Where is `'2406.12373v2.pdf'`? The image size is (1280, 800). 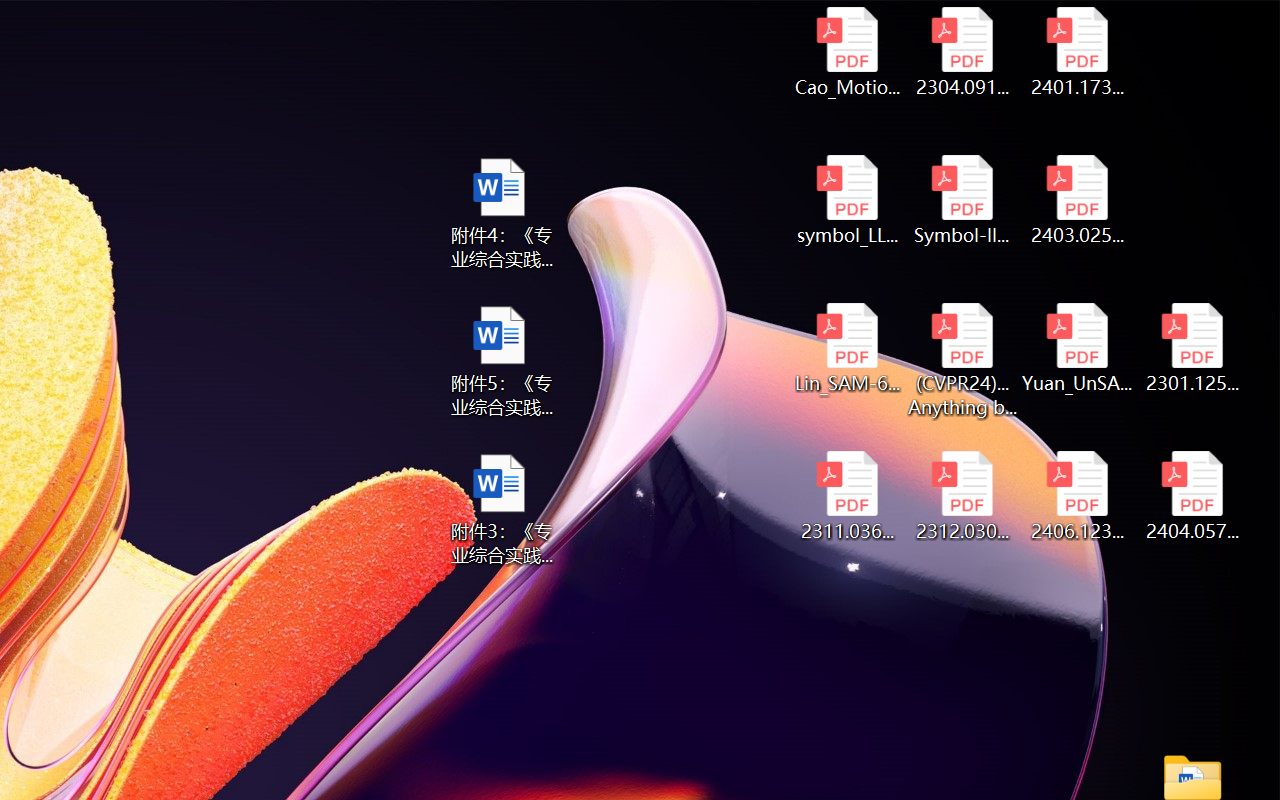
'2406.12373v2.pdf' is located at coordinates (1076, 496).